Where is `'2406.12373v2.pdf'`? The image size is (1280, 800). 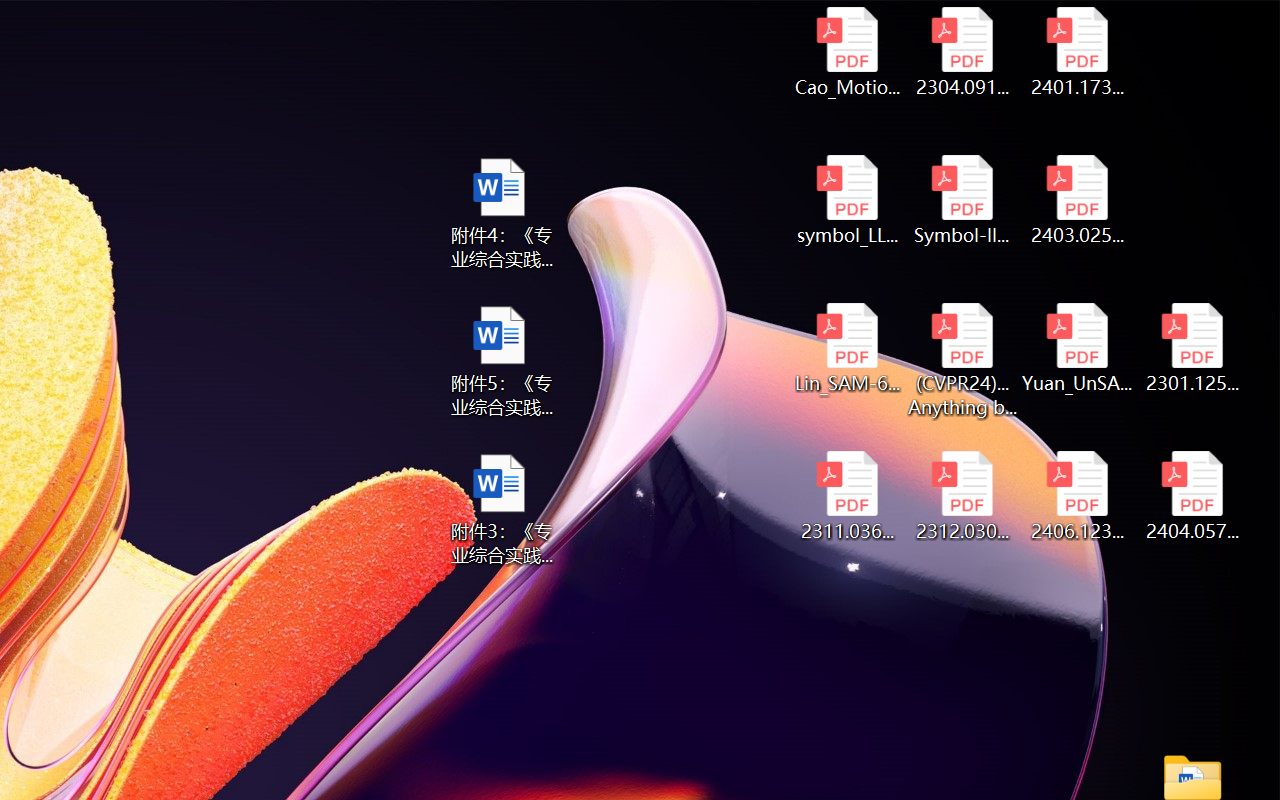
'2406.12373v2.pdf' is located at coordinates (1076, 496).